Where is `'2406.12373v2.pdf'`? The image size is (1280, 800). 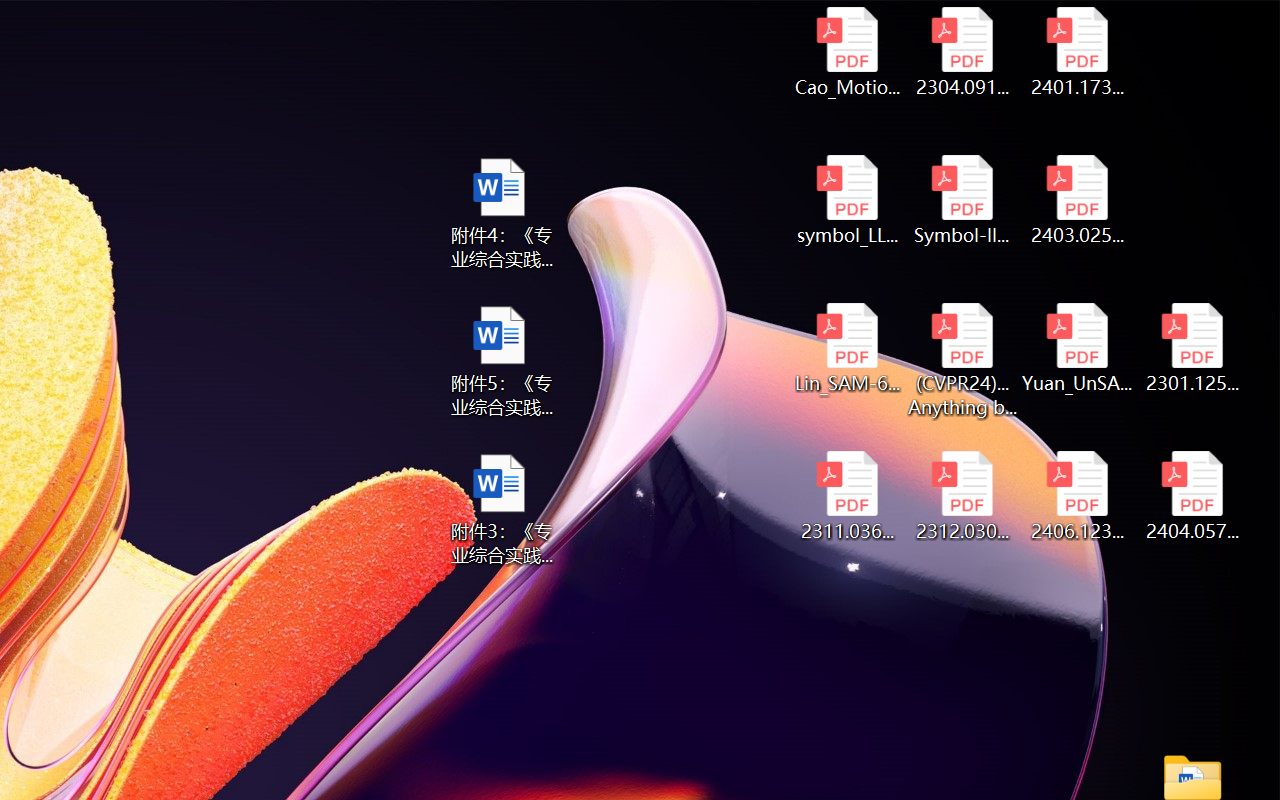
'2406.12373v2.pdf' is located at coordinates (1076, 496).